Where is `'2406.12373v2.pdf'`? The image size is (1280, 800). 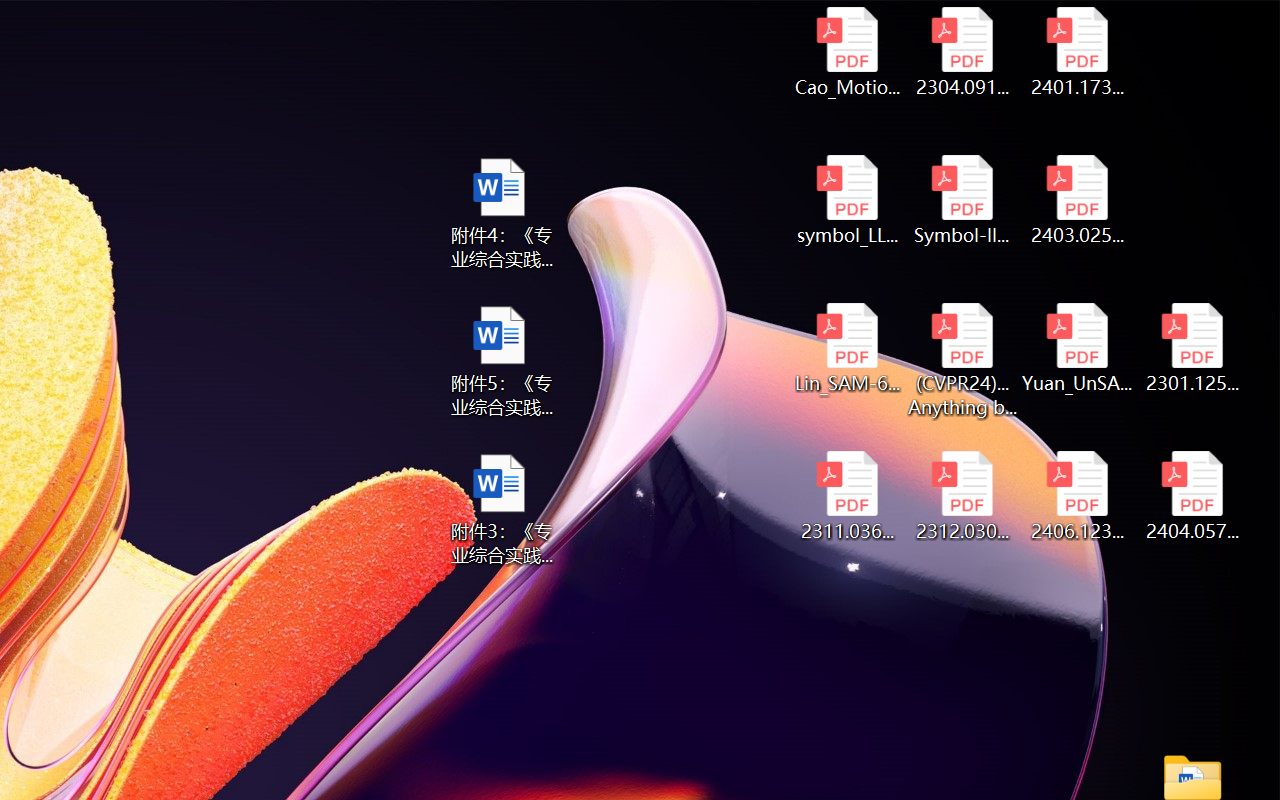
'2406.12373v2.pdf' is located at coordinates (1076, 496).